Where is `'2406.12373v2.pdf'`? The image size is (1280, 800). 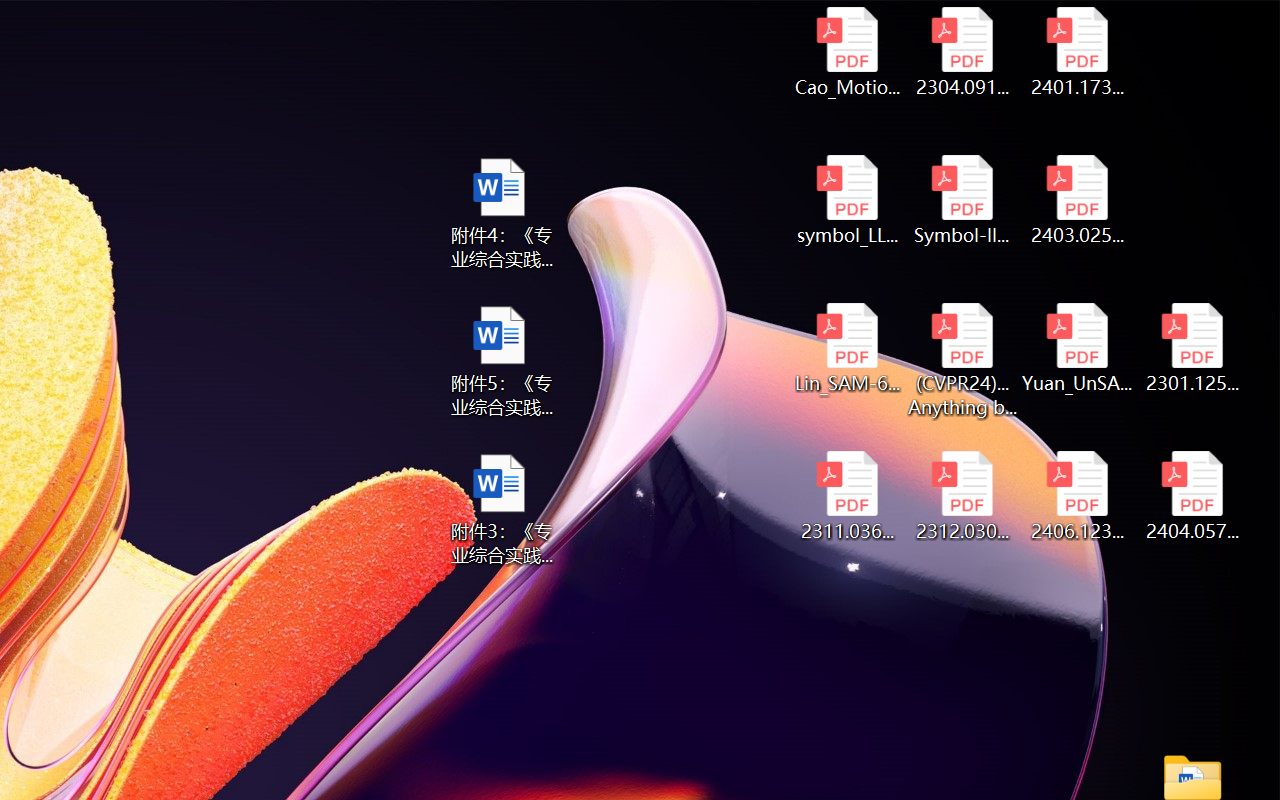
'2406.12373v2.pdf' is located at coordinates (1076, 496).